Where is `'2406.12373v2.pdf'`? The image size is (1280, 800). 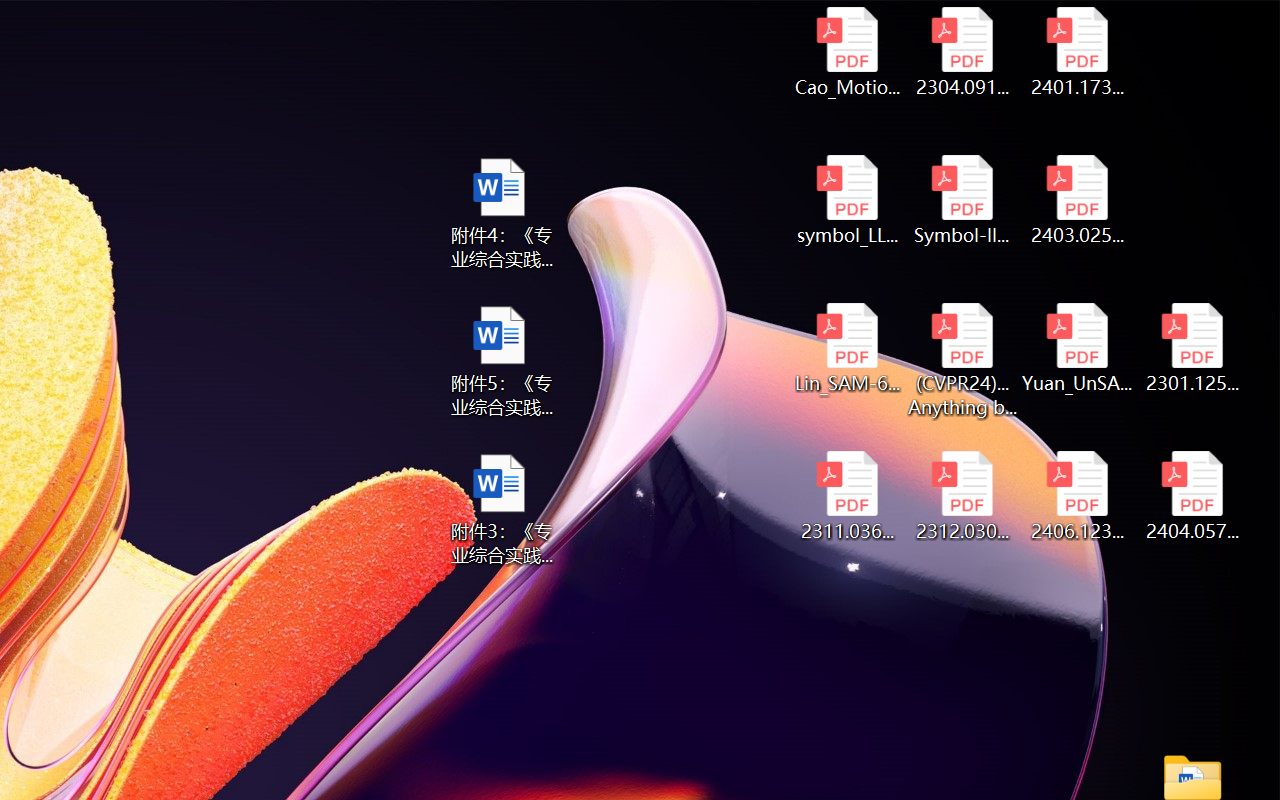
'2406.12373v2.pdf' is located at coordinates (1076, 496).